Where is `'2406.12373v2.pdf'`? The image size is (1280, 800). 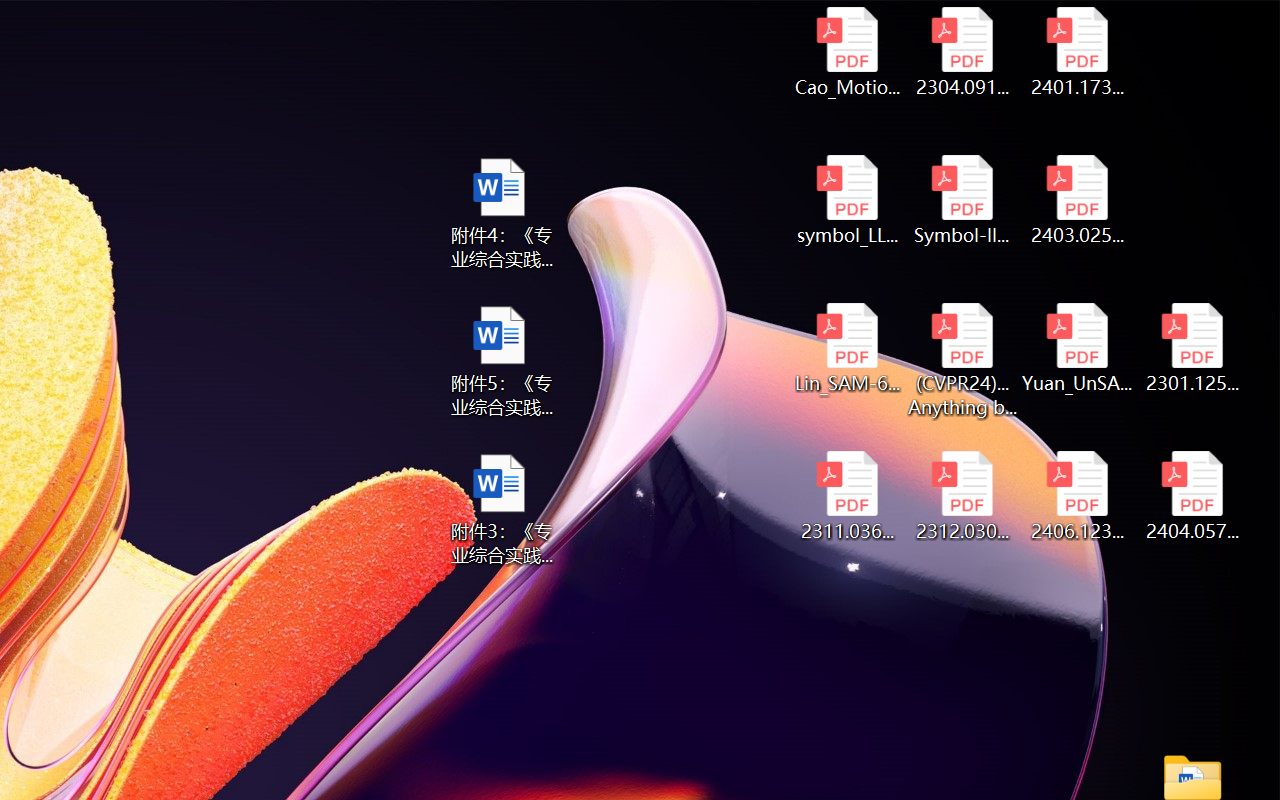
'2406.12373v2.pdf' is located at coordinates (1076, 496).